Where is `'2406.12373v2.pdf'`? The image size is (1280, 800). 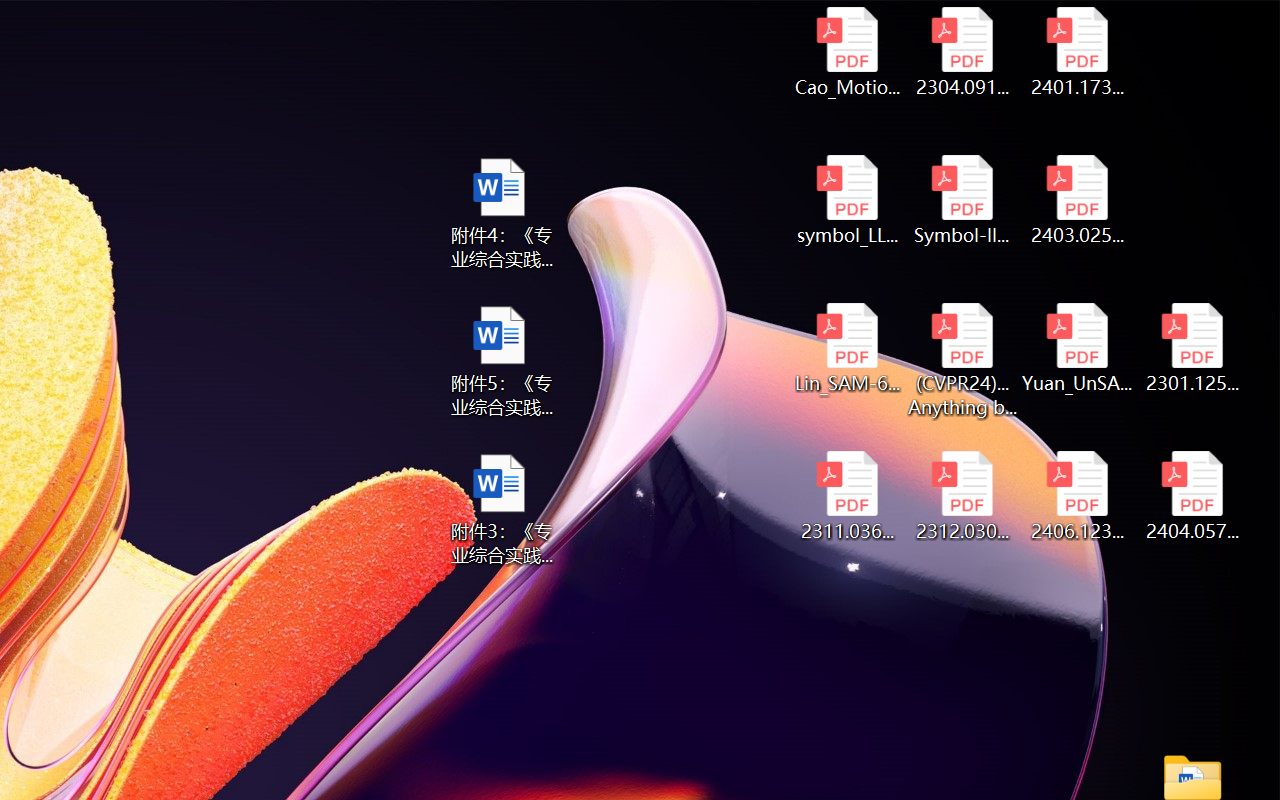
'2406.12373v2.pdf' is located at coordinates (1076, 496).